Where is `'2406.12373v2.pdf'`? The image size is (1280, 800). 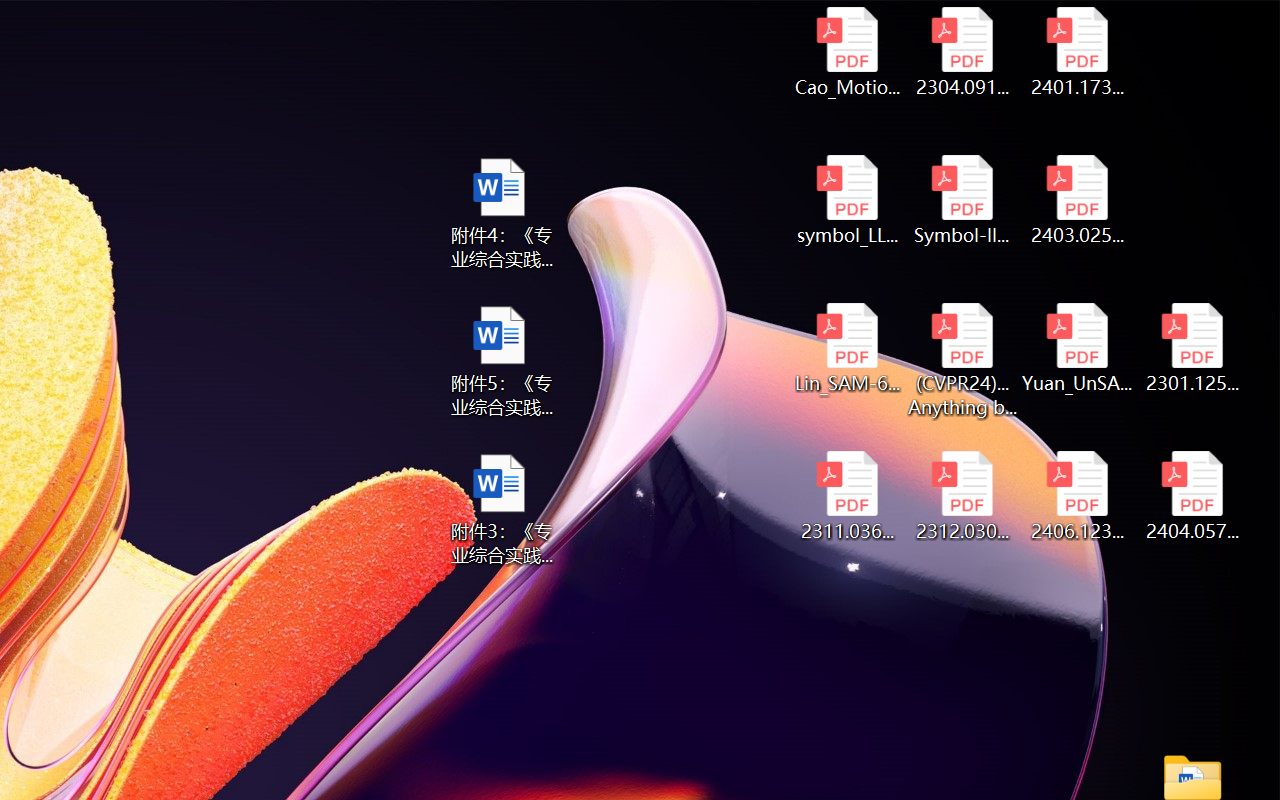
'2406.12373v2.pdf' is located at coordinates (1076, 496).